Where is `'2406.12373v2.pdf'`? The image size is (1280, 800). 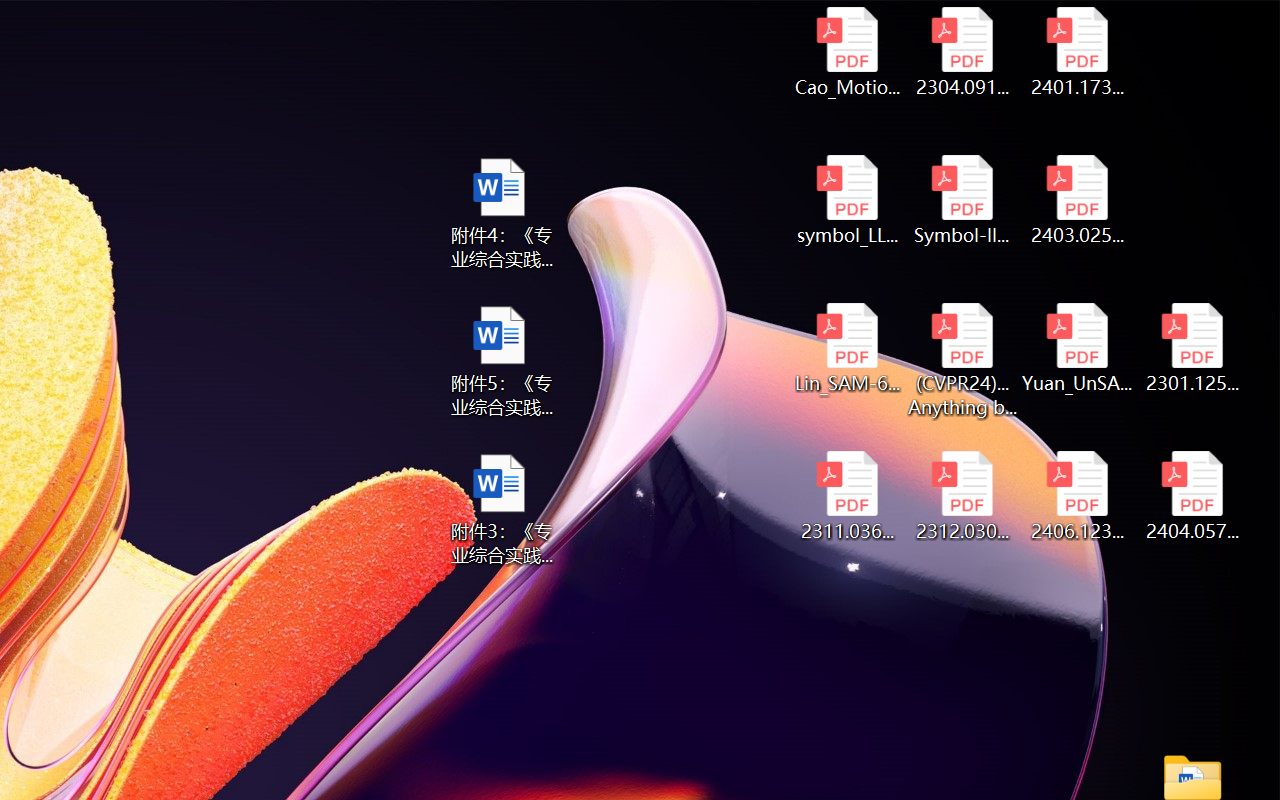
'2406.12373v2.pdf' is located at coordinates (1076, 496).